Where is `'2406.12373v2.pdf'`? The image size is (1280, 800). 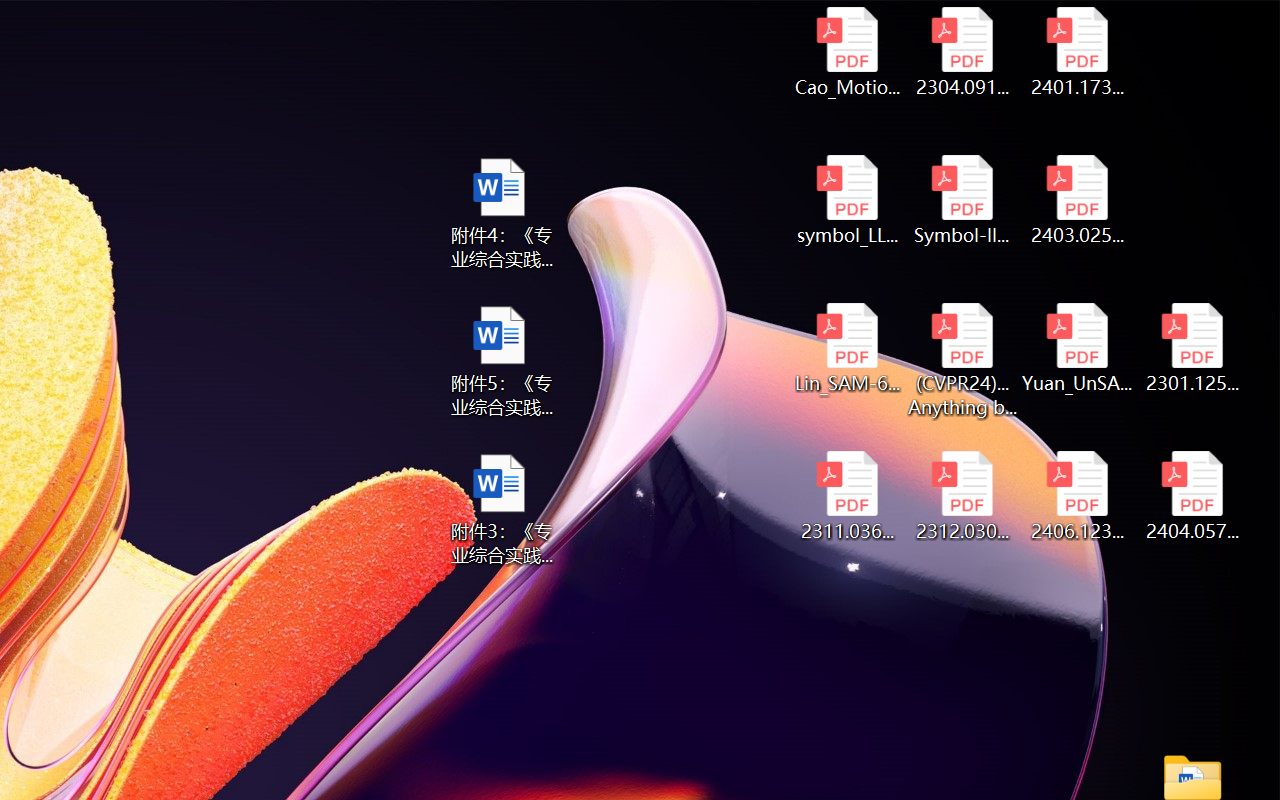
'2406.12373v2.pdf' is located at coordinates (1076, 496).